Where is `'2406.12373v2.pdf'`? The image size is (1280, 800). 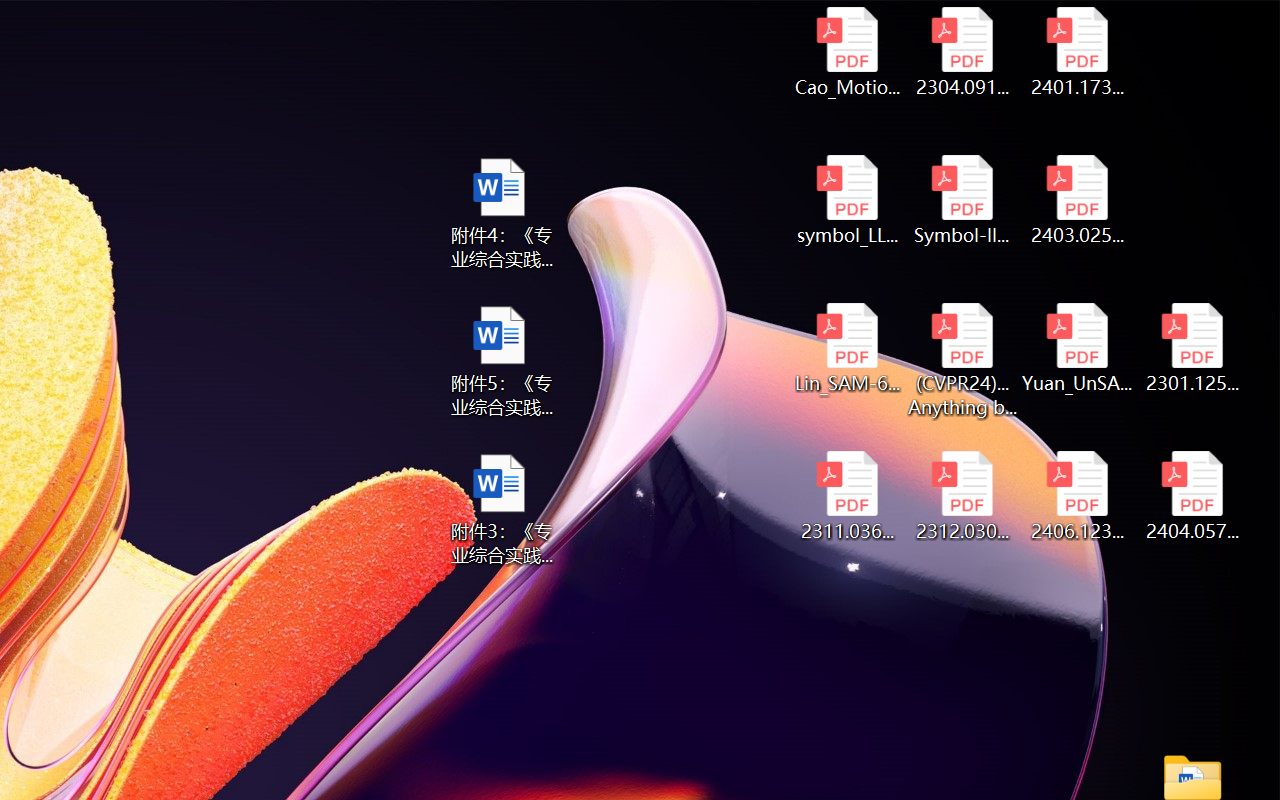
'2406.12373v2.pdf' is located at coordinates (1076, 496).